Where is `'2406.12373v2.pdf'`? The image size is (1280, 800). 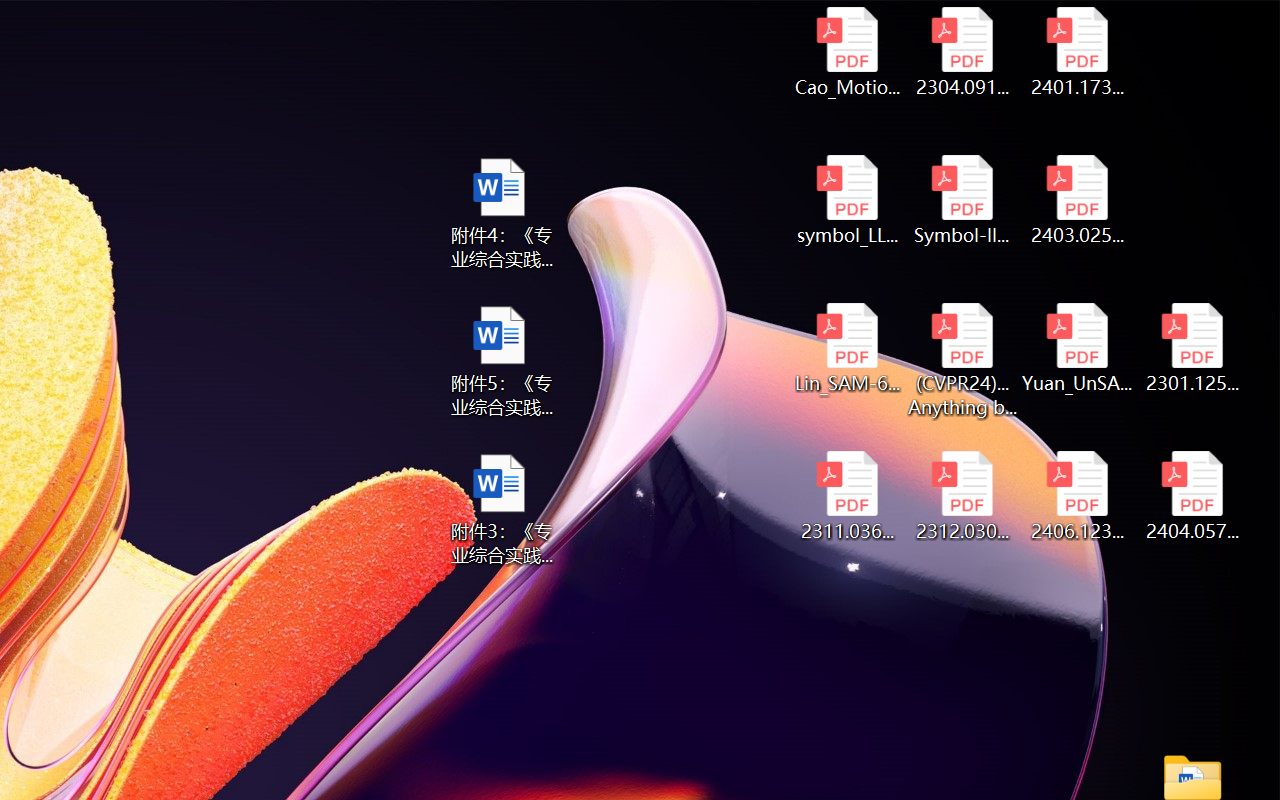
'2406.12373v2.pdf' is located at coordinates (1076, 496).